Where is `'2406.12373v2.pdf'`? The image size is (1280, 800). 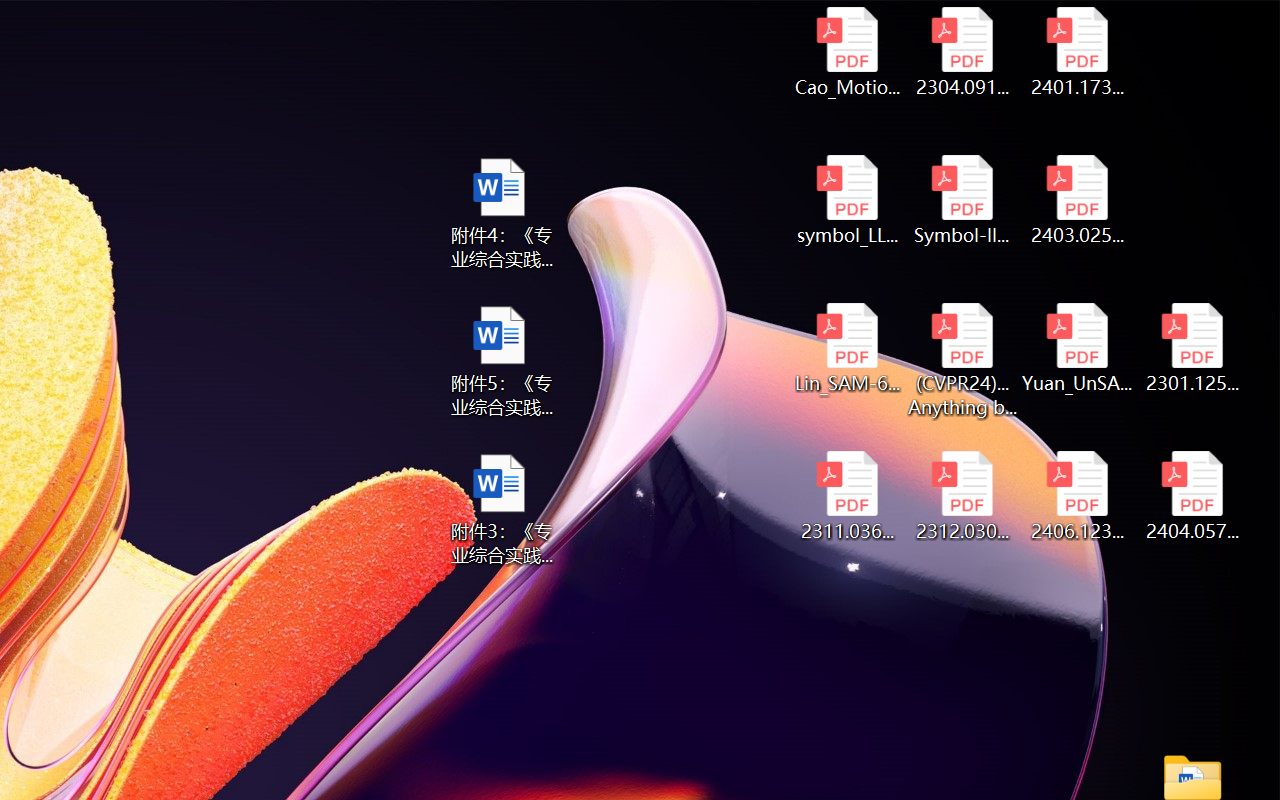
'2406.12373v2.pdf' is located at coordinates (1076, 496).